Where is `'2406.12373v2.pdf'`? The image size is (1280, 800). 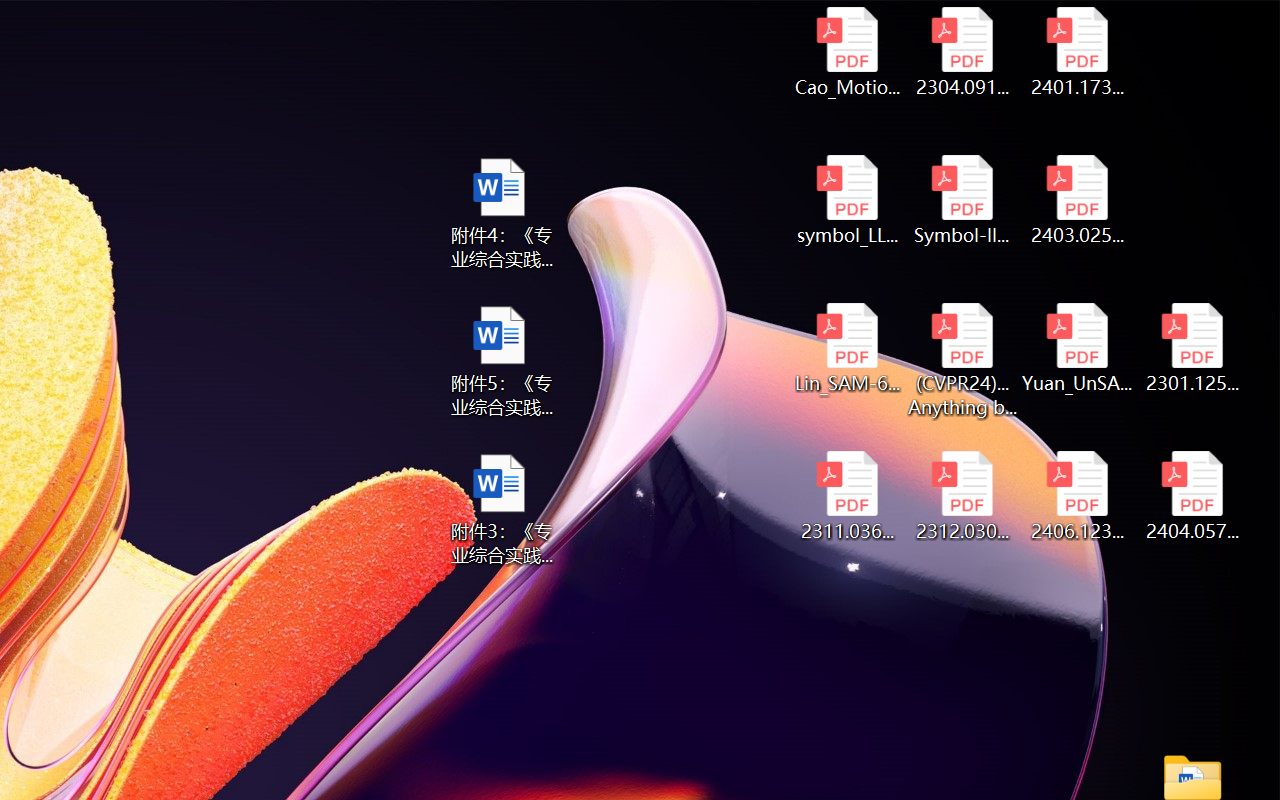
'2406.12373v2.pdf' is located at coordinates (1076, 496).